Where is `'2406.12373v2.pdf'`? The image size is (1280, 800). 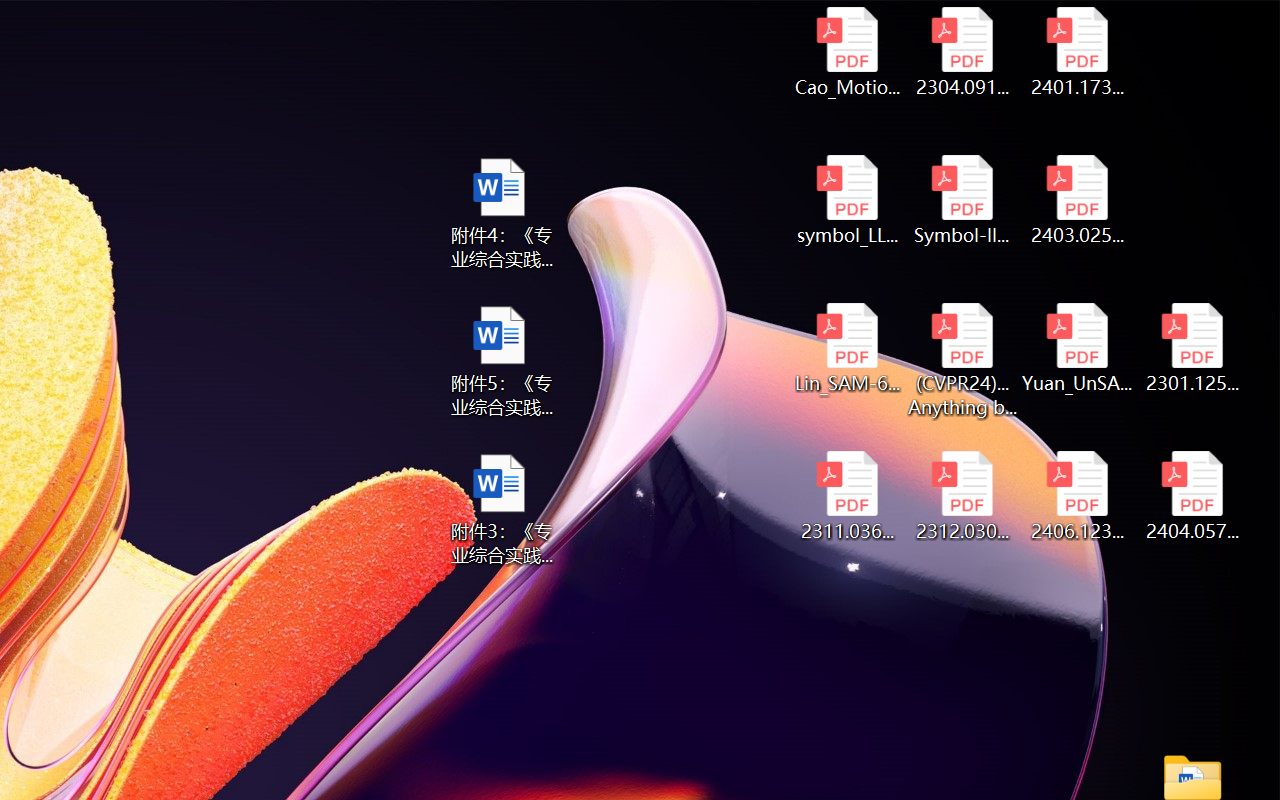
'2406.12373v2.pdf' is located at coordinates (1076, 496).